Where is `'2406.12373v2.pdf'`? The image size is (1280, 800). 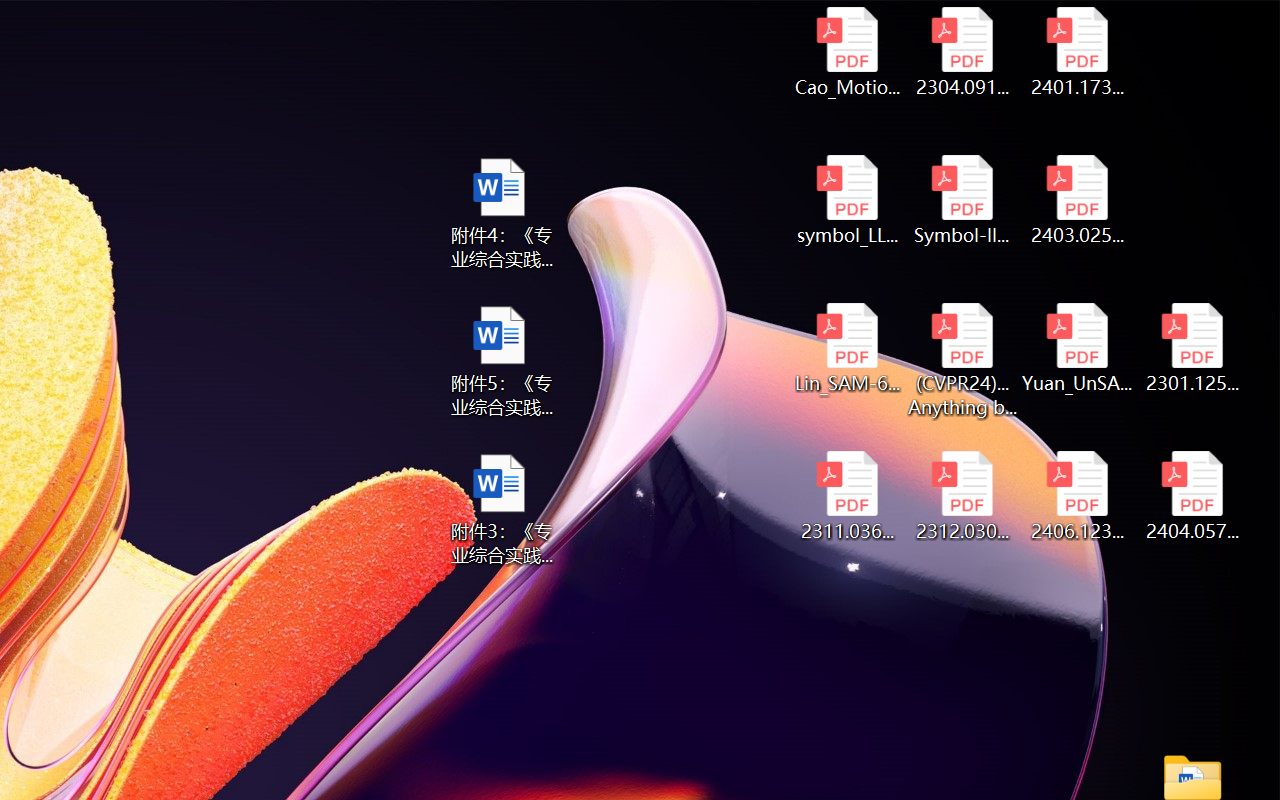
'2406.12373v2.pdf' is located at coordinates (1076, 496).